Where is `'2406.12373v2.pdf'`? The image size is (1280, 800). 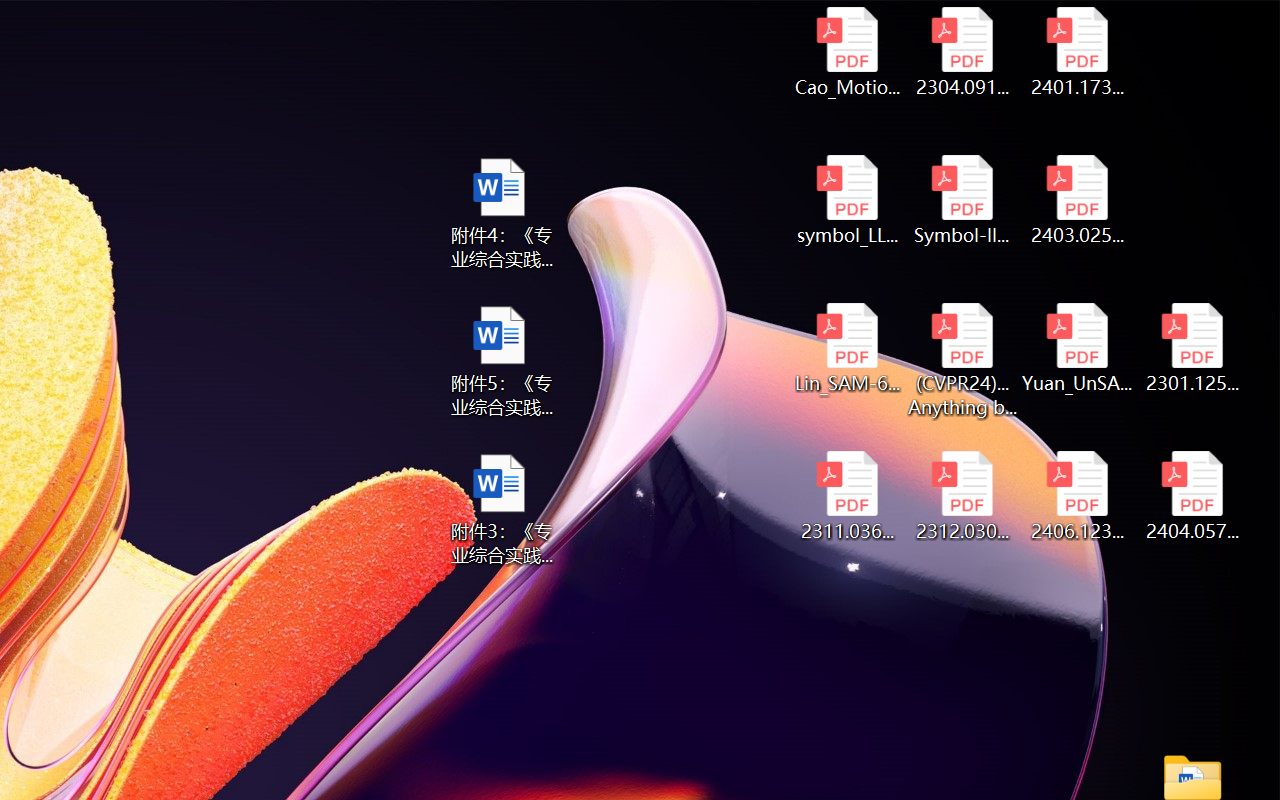
'2406.12373v2.pdf' is located at coordinates (1076, 496).